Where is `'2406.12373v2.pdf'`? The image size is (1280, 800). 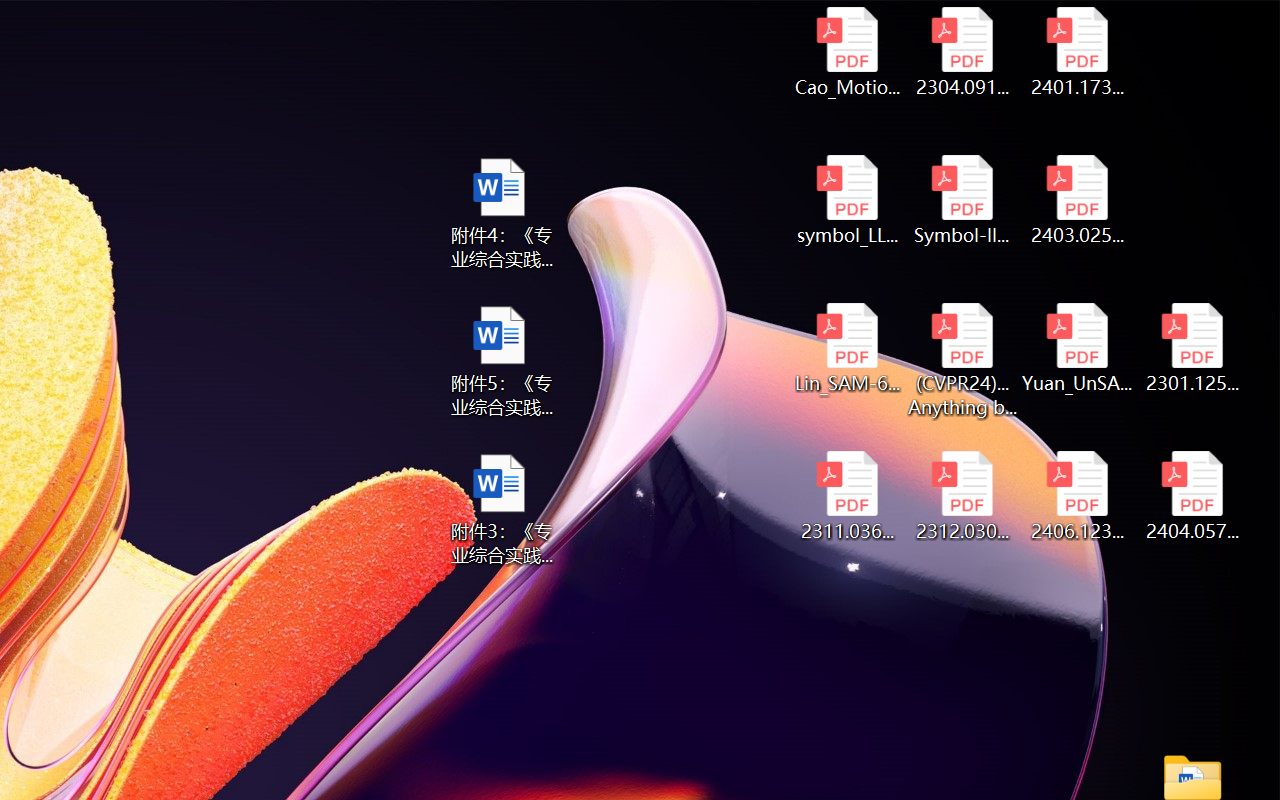
'2406.12373v2.pdf' is located at coordinates (1076, 496).